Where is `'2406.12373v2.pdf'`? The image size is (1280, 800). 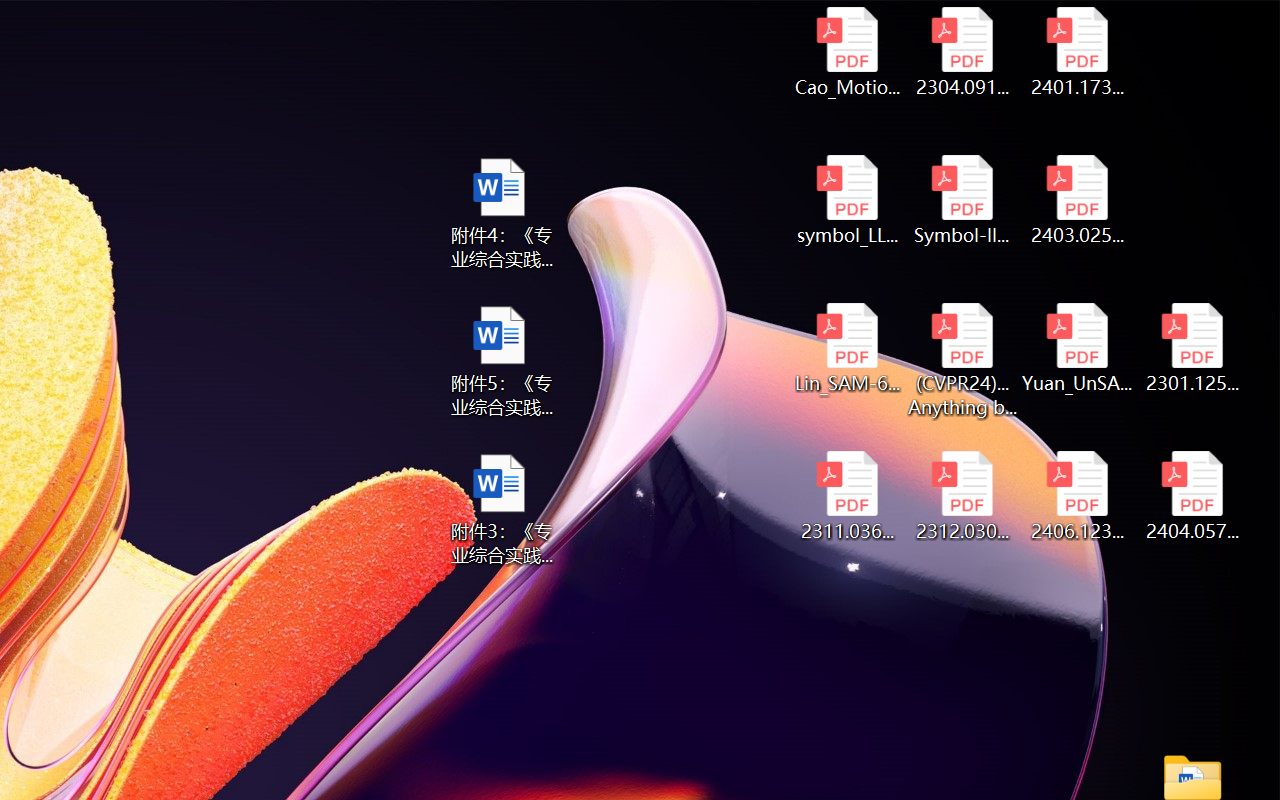
'2406.12373v2.pdf' is located at coordinates (1076, 496).